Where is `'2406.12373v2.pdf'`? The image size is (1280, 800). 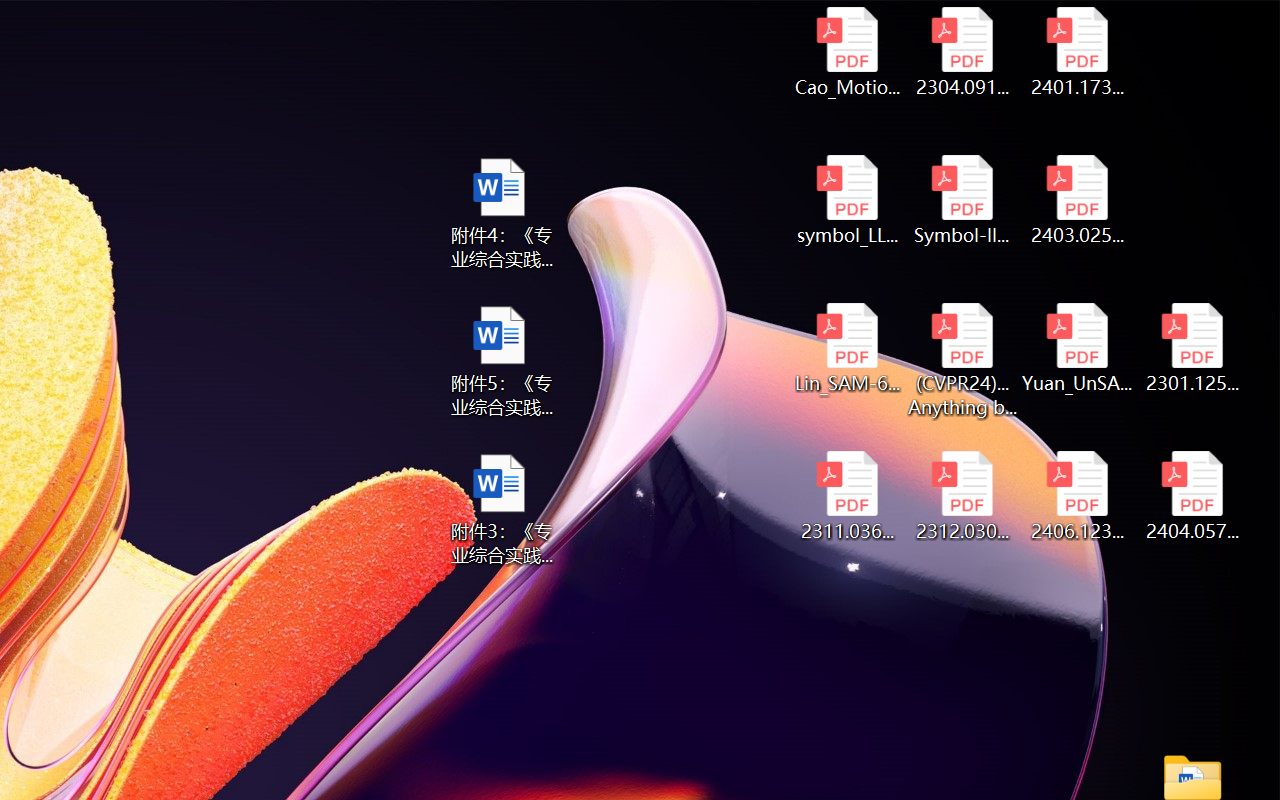
'2406.12373v2.pdf' is located at coordinates (1076, 496).